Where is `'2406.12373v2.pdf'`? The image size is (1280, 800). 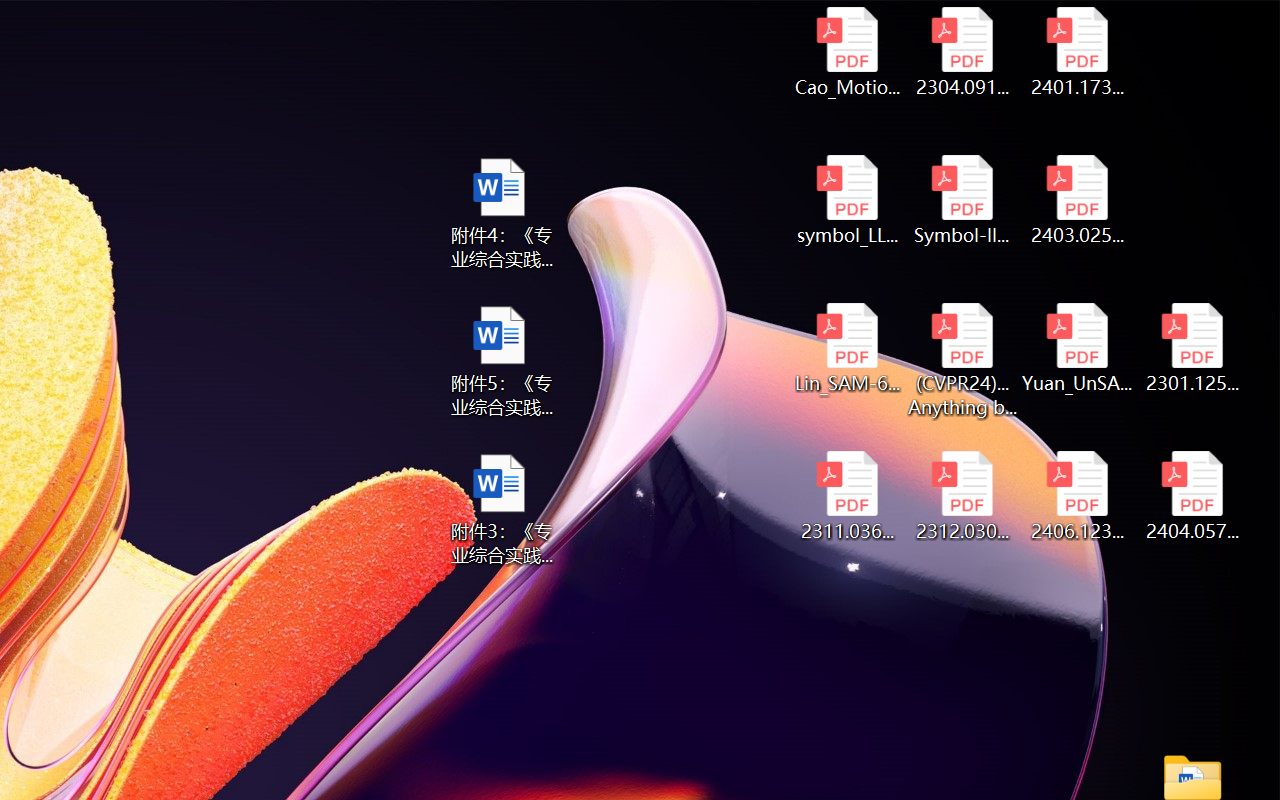
'2406.12373v2.pdf' is located at coordinates (1076, 496).